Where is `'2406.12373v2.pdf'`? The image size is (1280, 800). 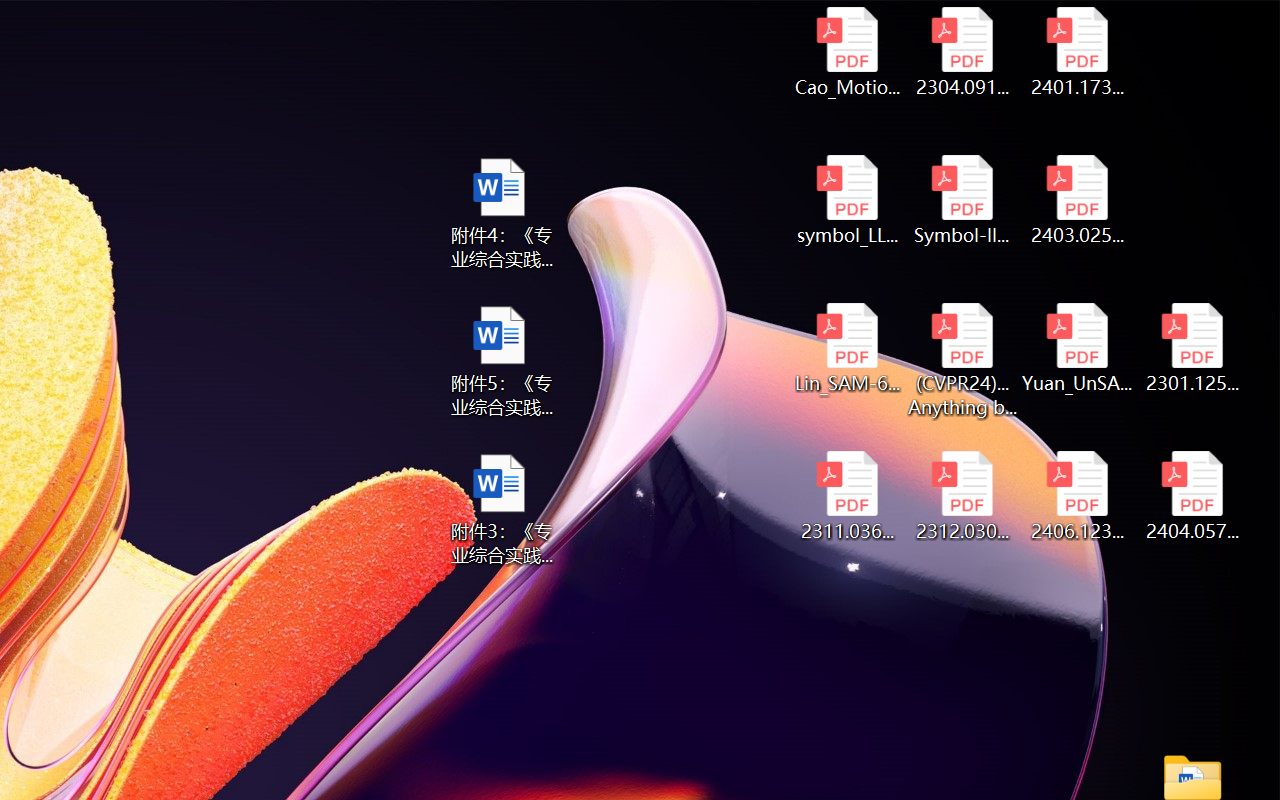
'2406.12373v2.pdf' is located at coordinates (1076, 496).